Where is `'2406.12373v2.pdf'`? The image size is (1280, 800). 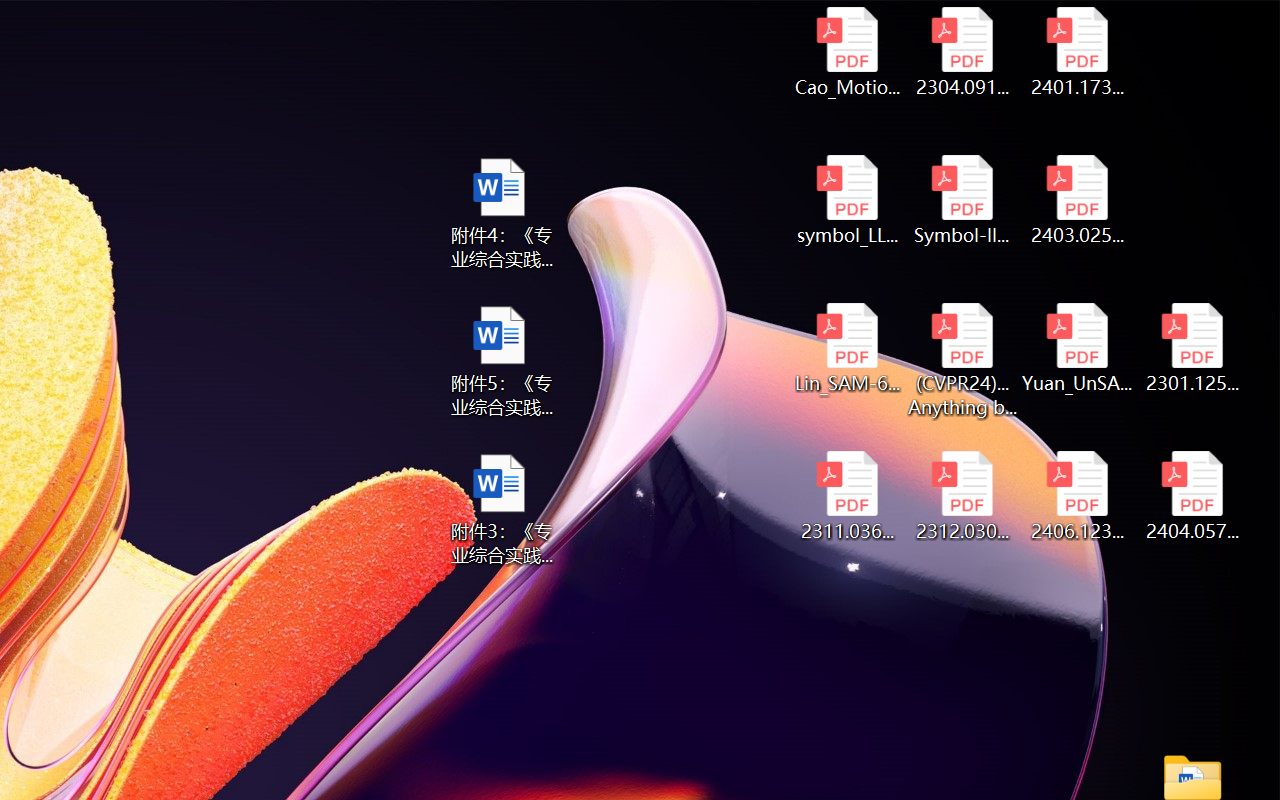
'2406.12373v2.pdf' is located at coordinates (1076, 496).